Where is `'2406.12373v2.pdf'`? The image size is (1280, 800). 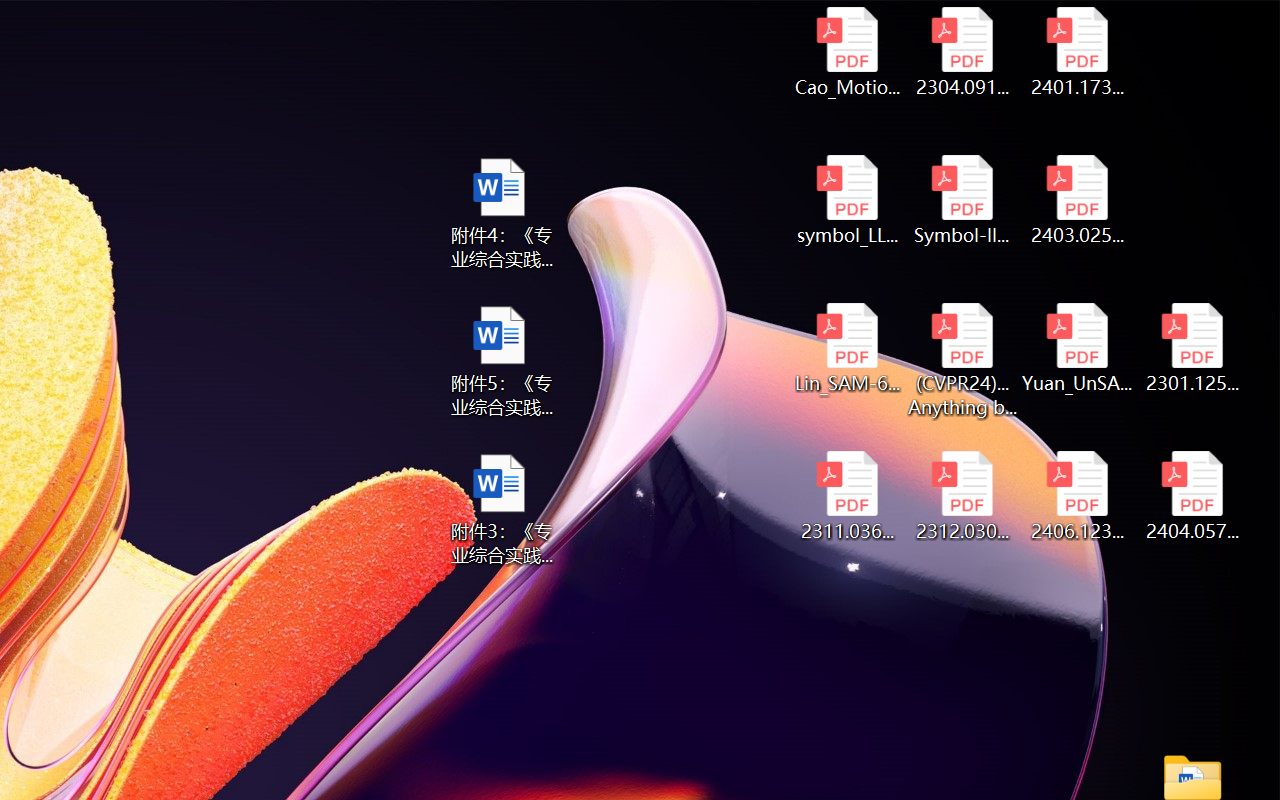
'2406.12373v2.pdf' is located at coordinates (1076, 496).